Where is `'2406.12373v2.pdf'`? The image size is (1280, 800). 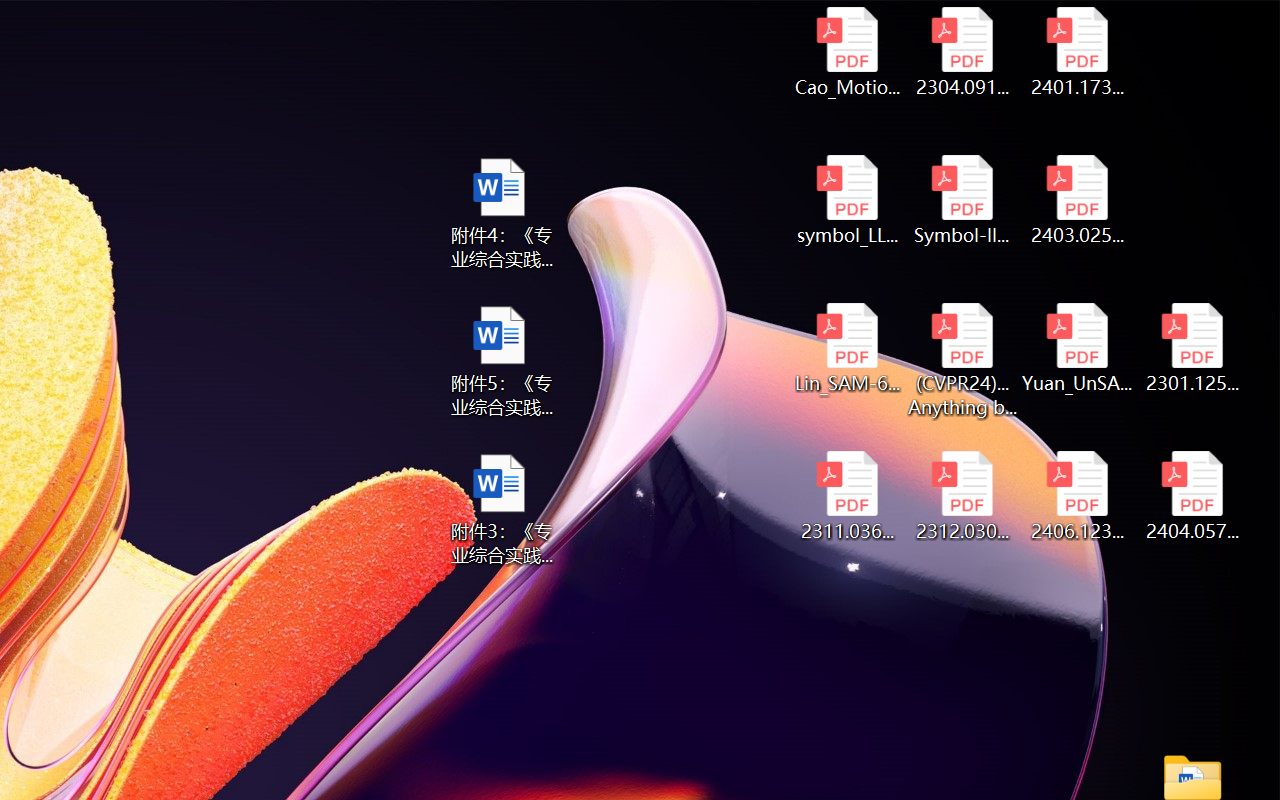
'2406.12373v2.pdf' is located at coordinates (1076, 496).